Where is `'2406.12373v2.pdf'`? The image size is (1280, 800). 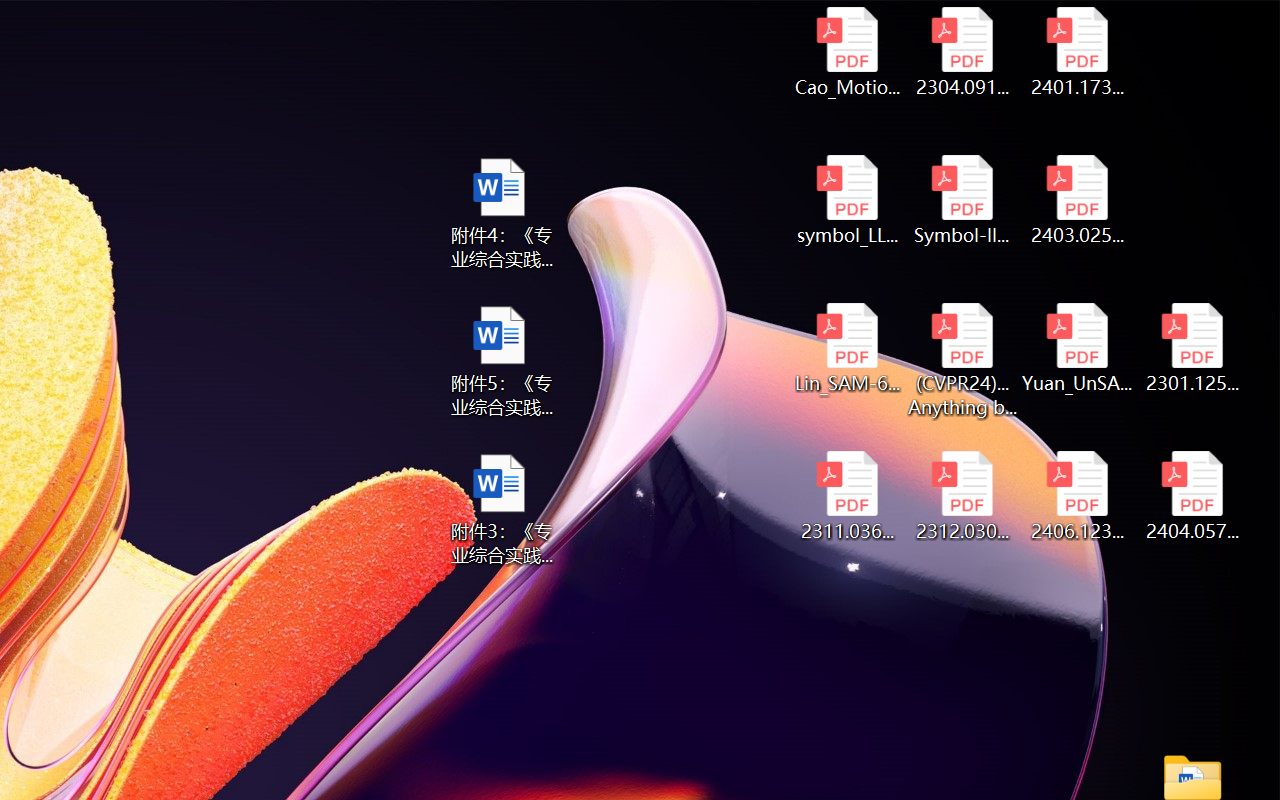
'2406.12373v2.pdf' is located at coordinates (1076, 496).